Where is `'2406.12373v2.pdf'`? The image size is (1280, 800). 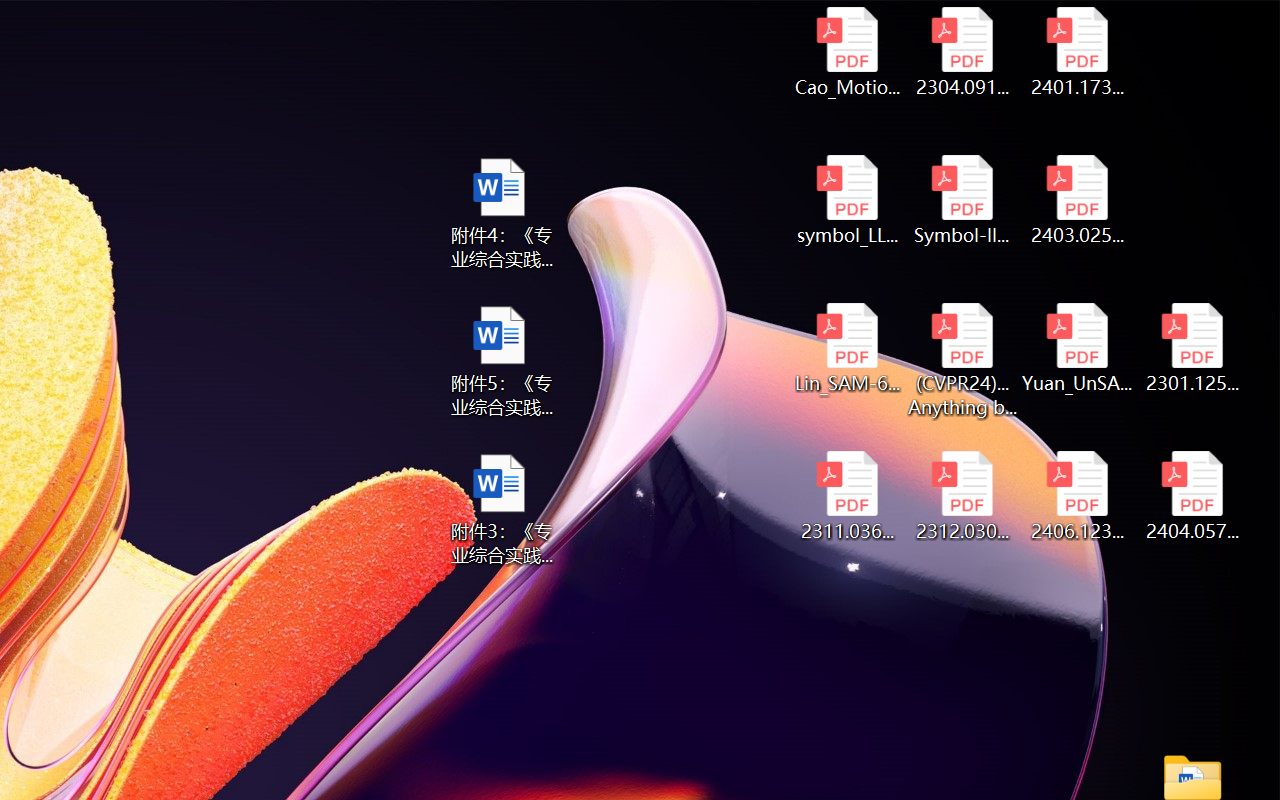
'2406.12373v2.pdf' is located at coordinates (1076, 496).